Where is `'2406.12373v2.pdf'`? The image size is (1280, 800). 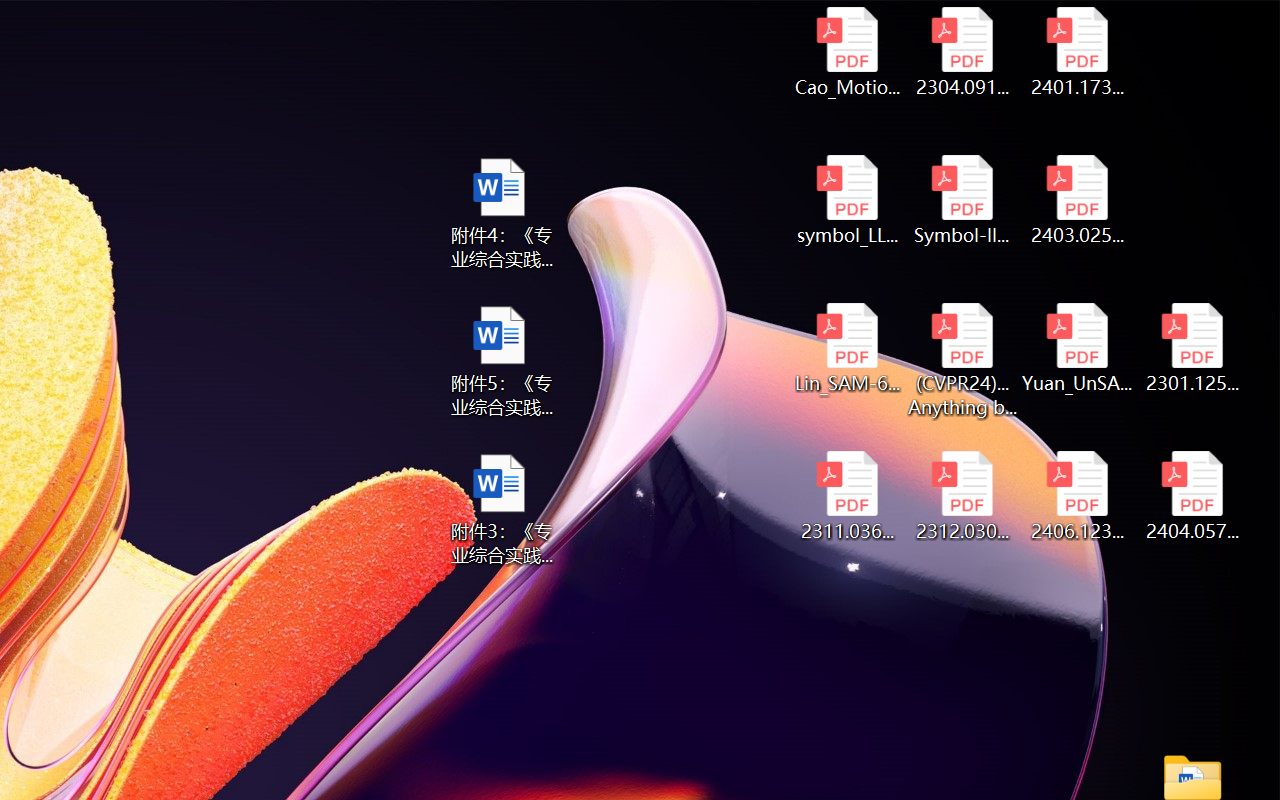
'2406.12373v2.pdf' is located at coordinates (1076, 496).